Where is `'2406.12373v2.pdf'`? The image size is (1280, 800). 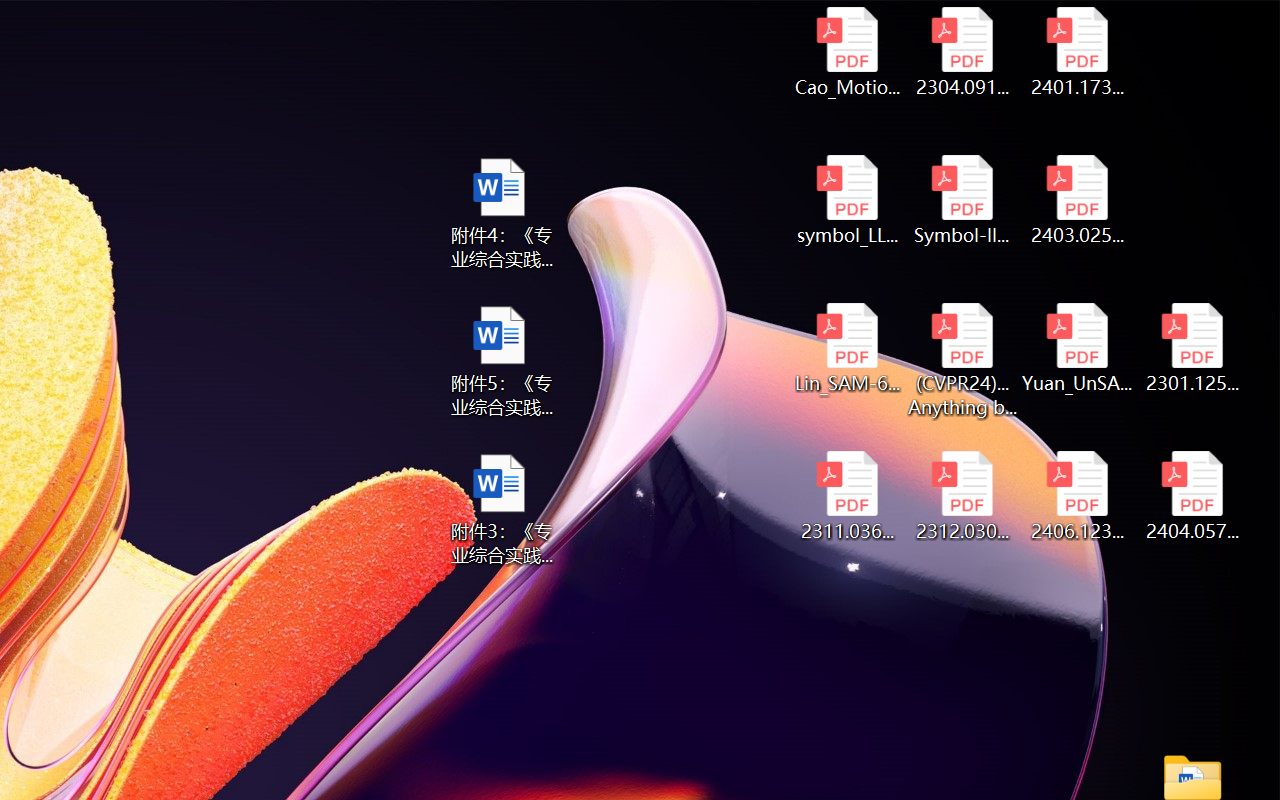
'2406.12373v2.pdf' is located at coordinates (1076, 496).